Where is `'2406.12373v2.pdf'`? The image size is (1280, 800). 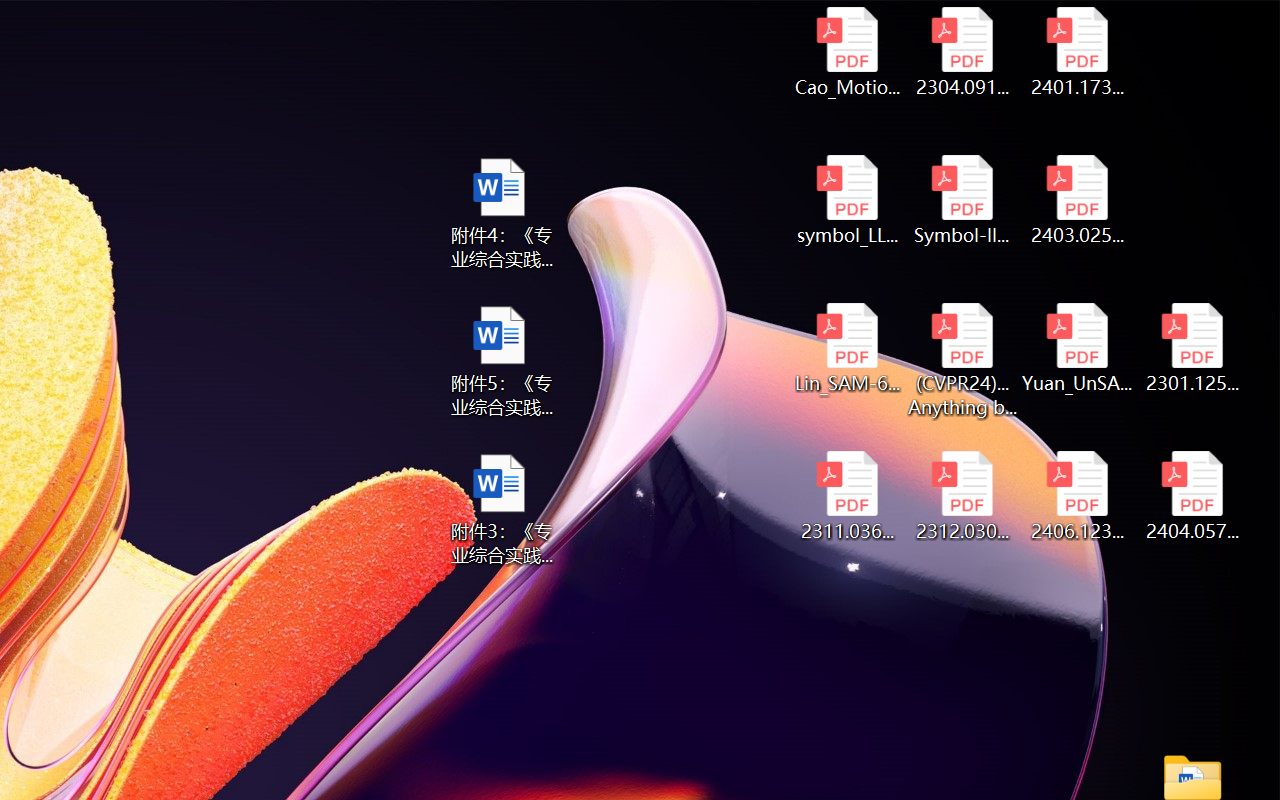
'2406.12373v2.pdf' is located at coordinates (1076, 496).